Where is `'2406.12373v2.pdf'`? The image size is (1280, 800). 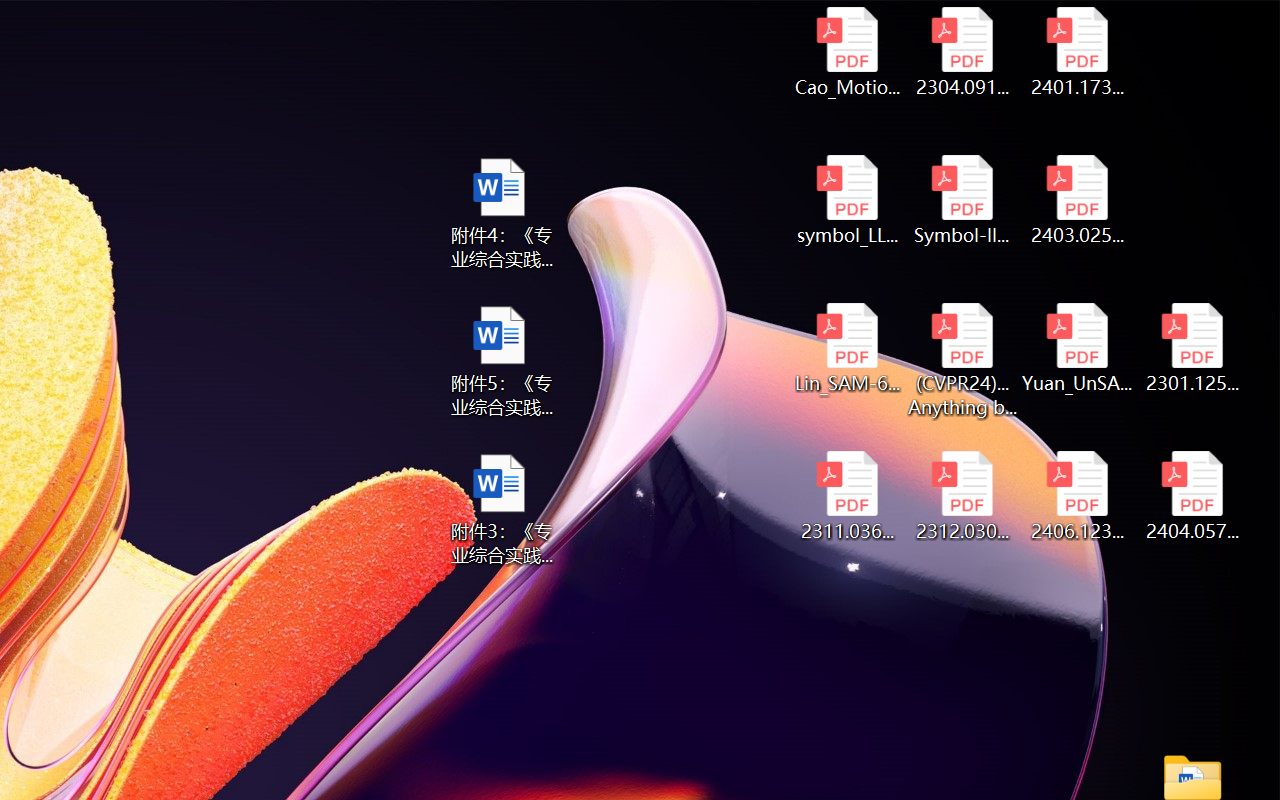
'2406.12373v2.pdf' is located at coordinates (1076, 496).